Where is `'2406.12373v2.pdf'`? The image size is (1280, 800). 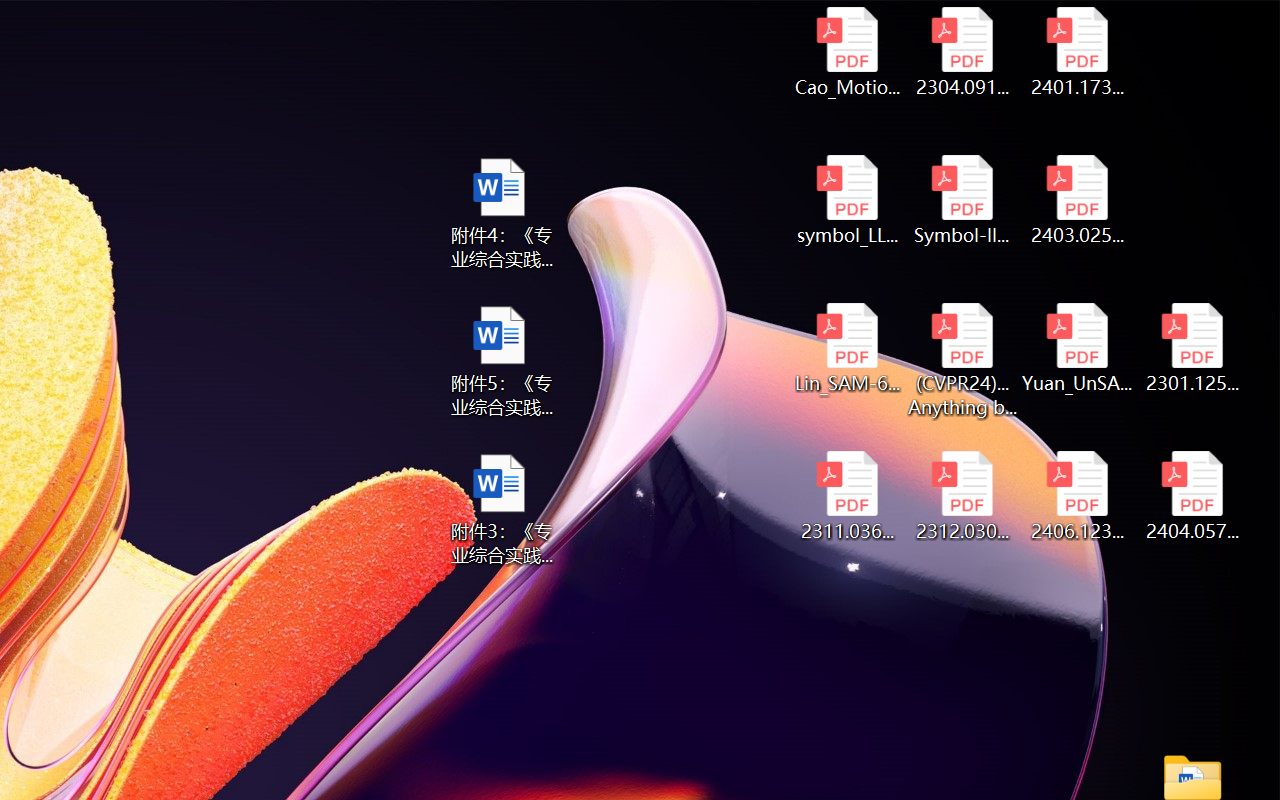
'2406.12373v2.pdf' is located at coordinates (1076, 496).